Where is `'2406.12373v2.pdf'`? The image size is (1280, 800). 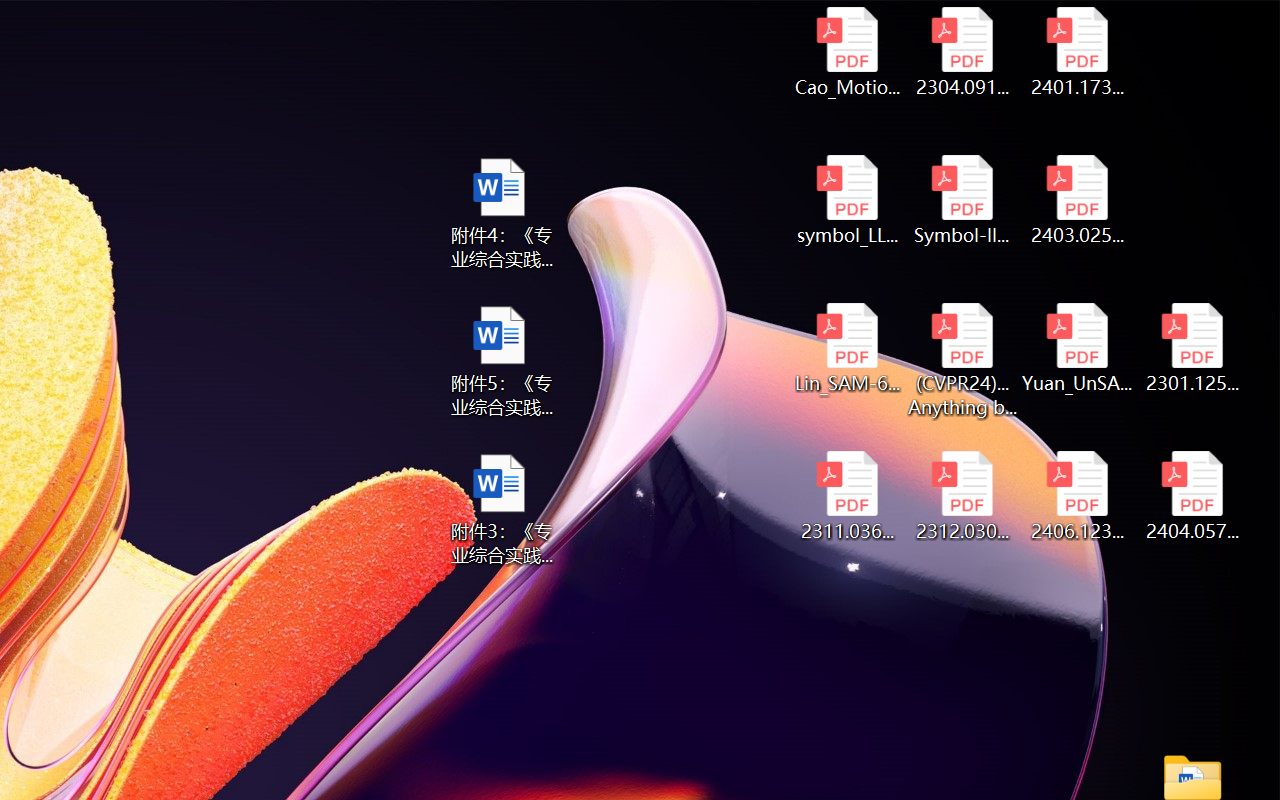
'2406.12373v2.pdf' is located at coordinates (1076, 496).